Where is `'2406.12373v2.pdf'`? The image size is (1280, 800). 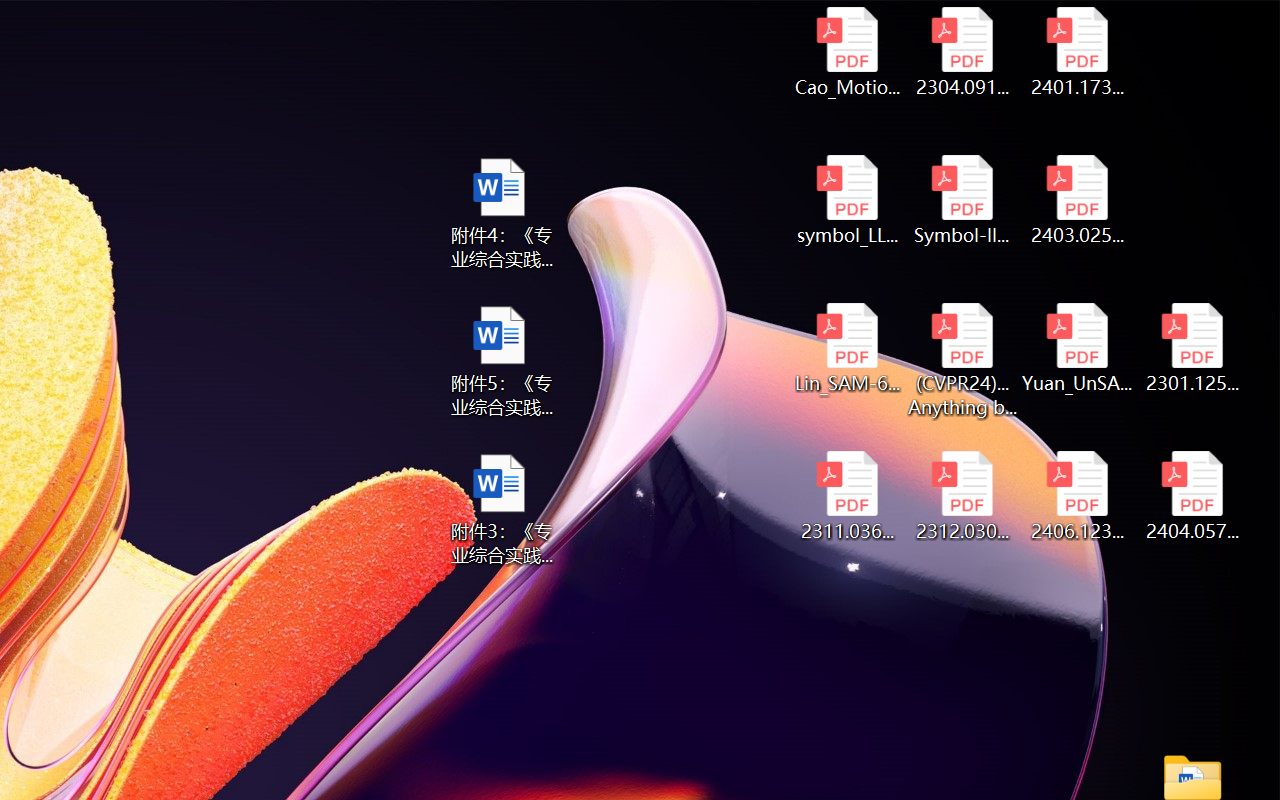
'2406.12373v2.pdf' is located at coordinates (1076, 496).